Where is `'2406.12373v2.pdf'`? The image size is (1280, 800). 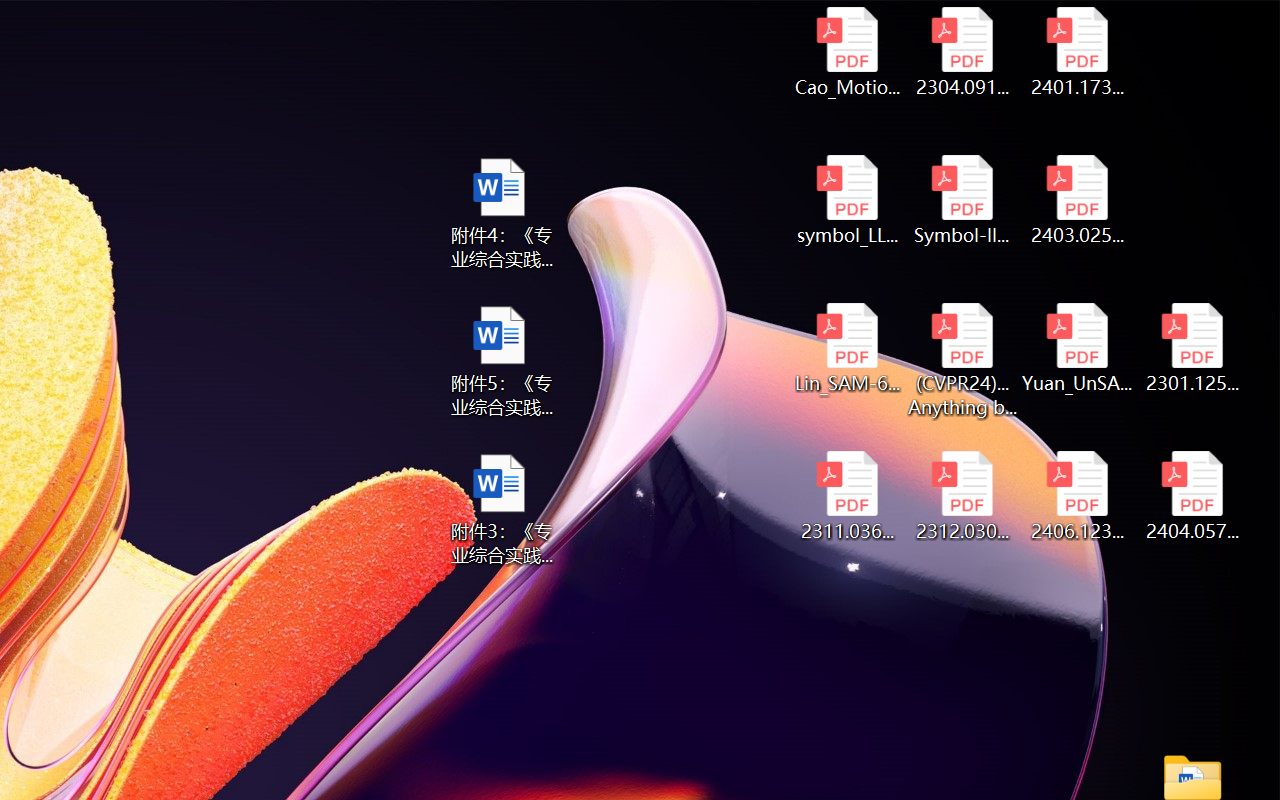
'2406.12373v2.pdf' is located at coordinates (1076, 496).